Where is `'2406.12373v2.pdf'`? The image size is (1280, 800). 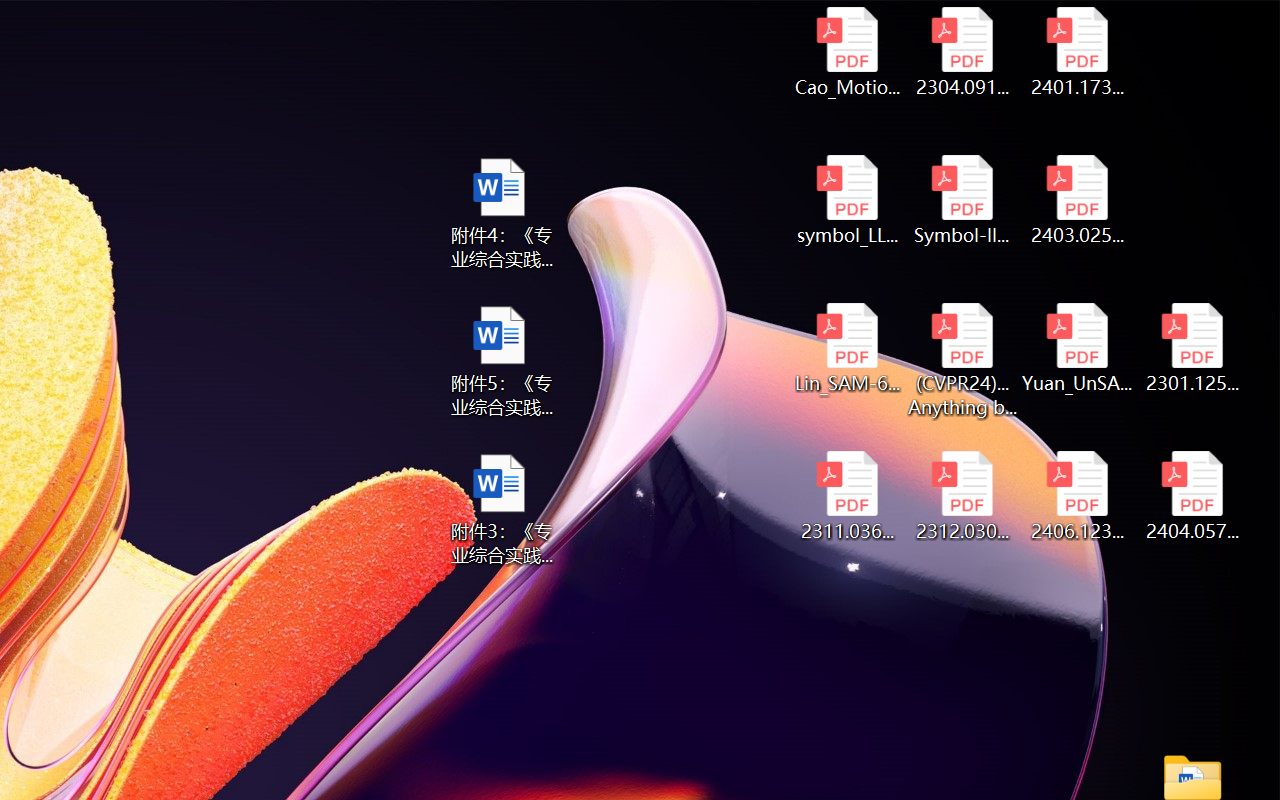
'2406.12373v2.pdf' is located at coordinates (1076, 496).